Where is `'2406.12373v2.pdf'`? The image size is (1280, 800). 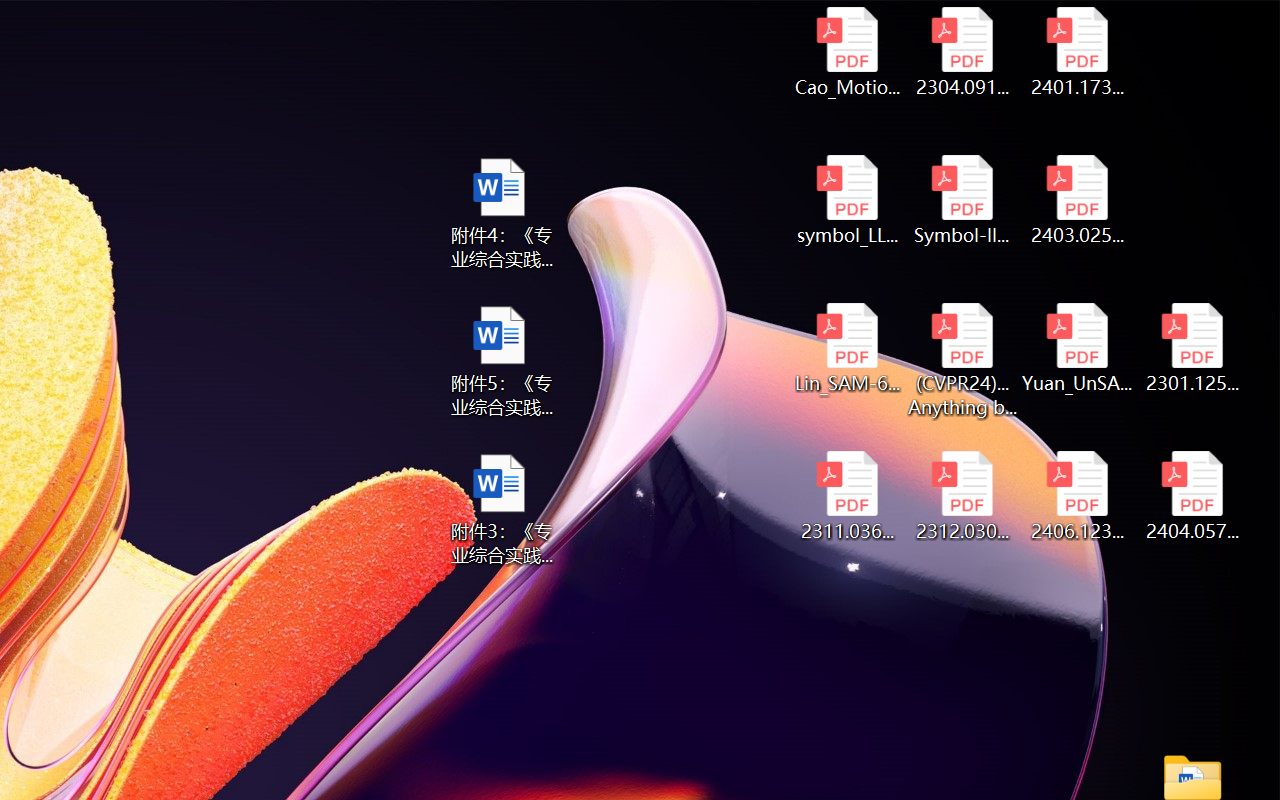
'2406.12373v2.pdf' is located at coordinates (1076, 496).